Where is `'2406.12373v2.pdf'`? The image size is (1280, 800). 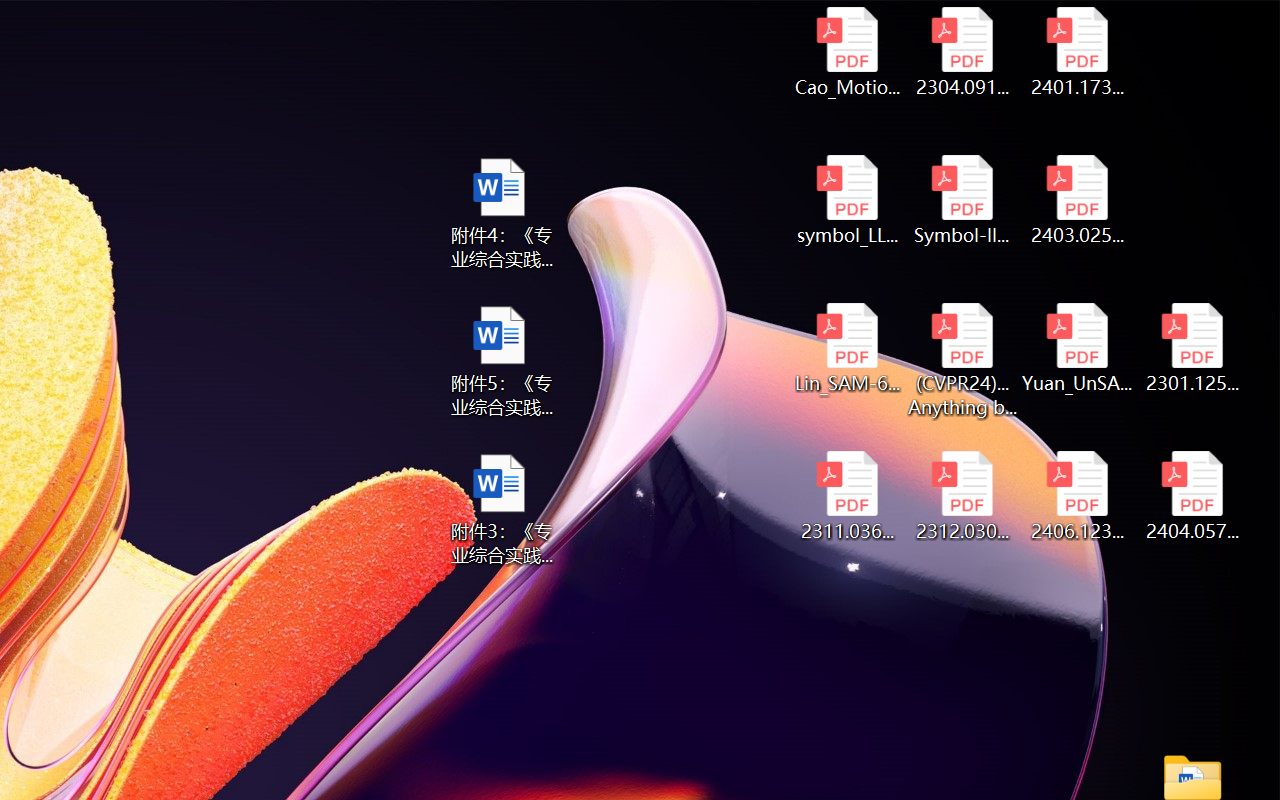
'2406.12373v2.pdf' is located at coordinates (1076, 496).